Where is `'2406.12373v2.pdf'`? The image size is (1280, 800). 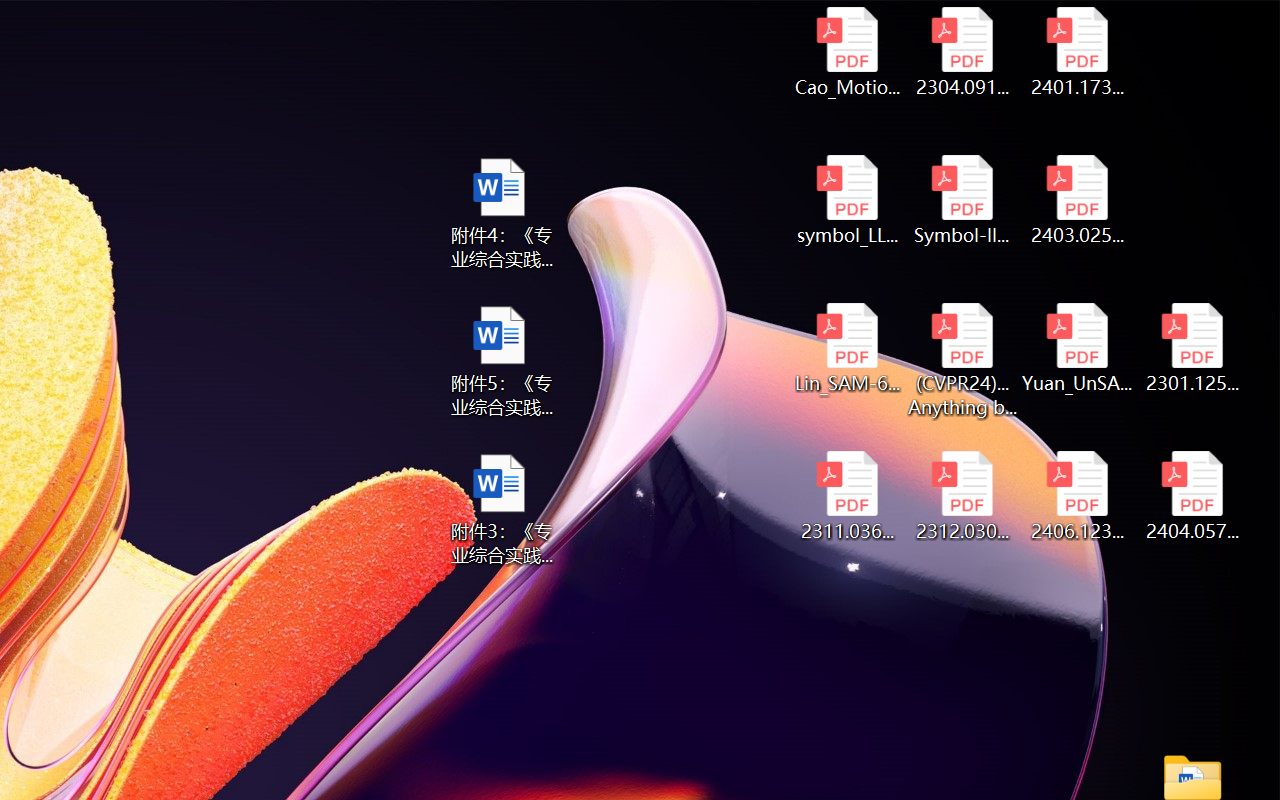
'2406.12373v2.pdf' is located at coordinates (1076, 496).